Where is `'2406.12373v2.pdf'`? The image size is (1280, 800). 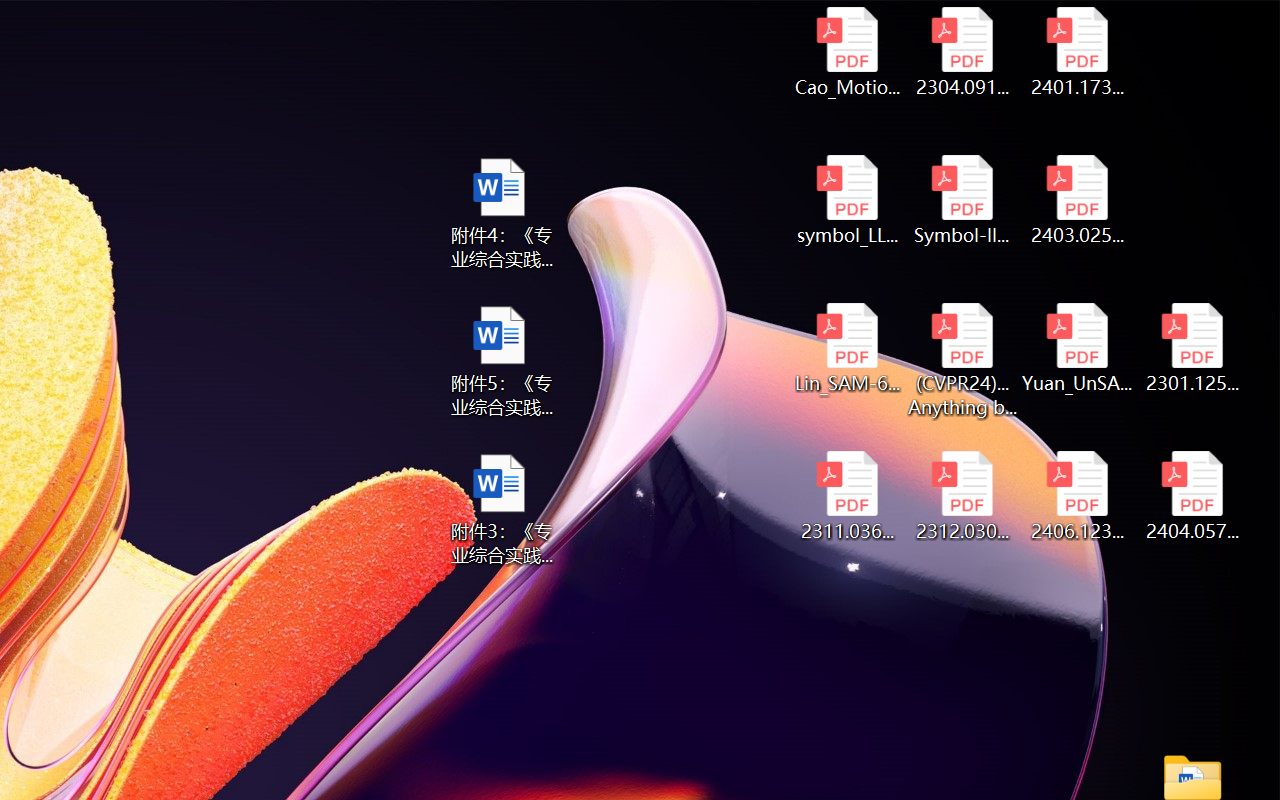
'2406.12373v2.pdf' is located at coordinates (1076, 496).